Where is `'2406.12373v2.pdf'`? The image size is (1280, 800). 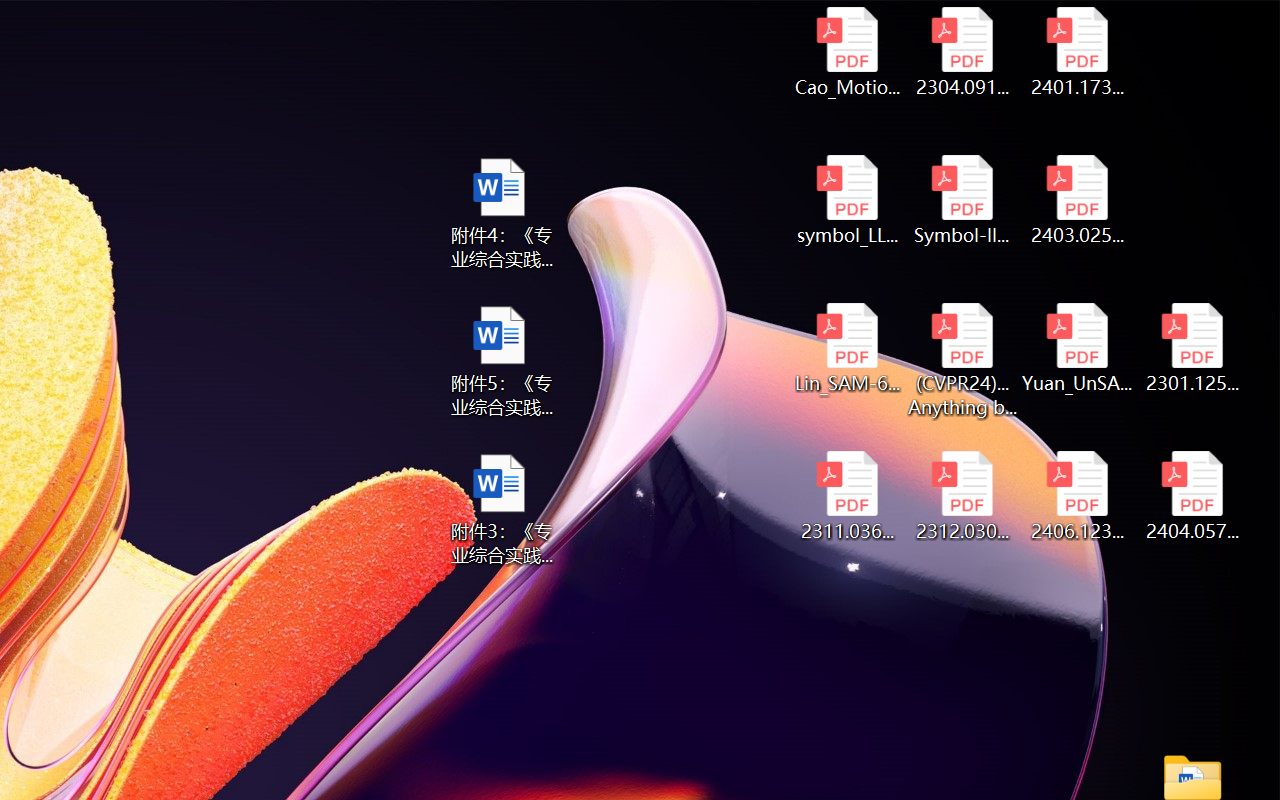
'2406.12373v2.pdf' is located at coordinates (1076, 496).